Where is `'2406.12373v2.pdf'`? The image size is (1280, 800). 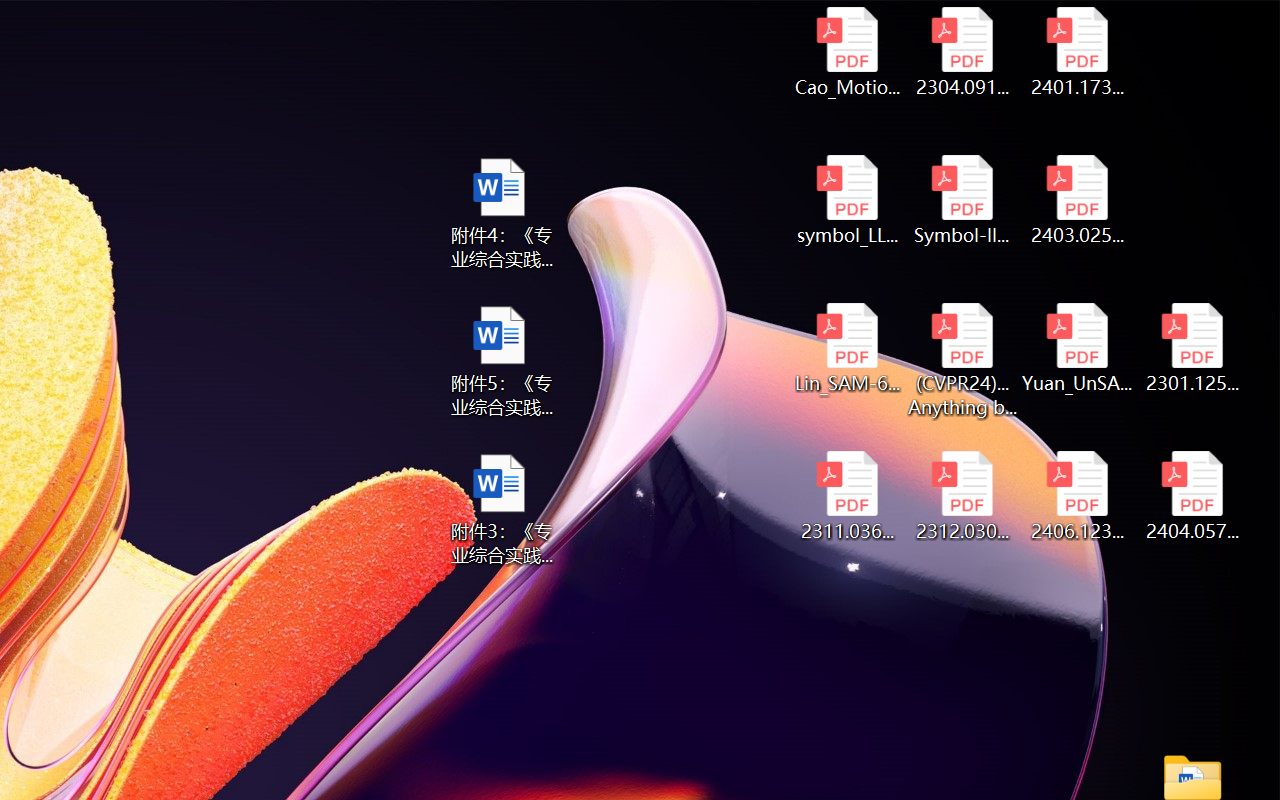
'2406.12373v2.pdf' is located at coordinates (1076, 496).